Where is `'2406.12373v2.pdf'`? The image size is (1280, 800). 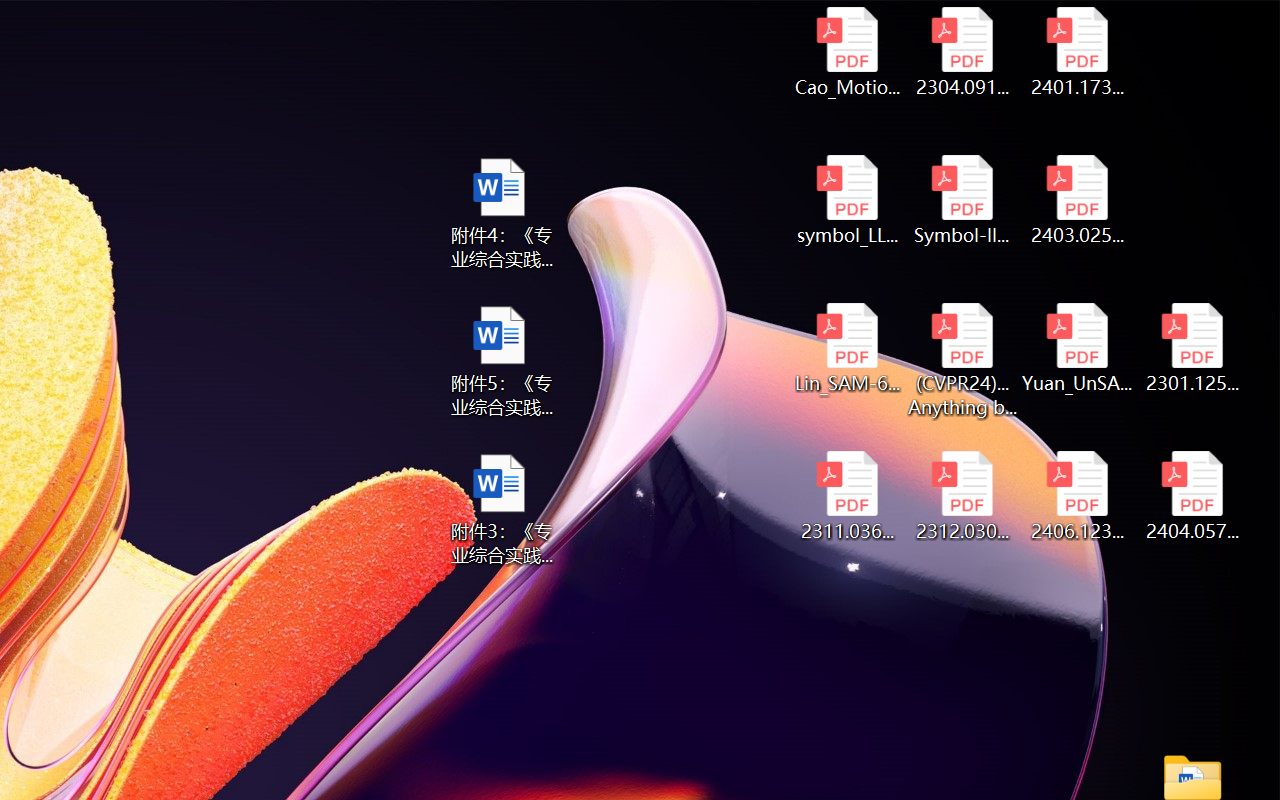
'2406.12373v2.pdf' is located at coordinates (1076, 496).